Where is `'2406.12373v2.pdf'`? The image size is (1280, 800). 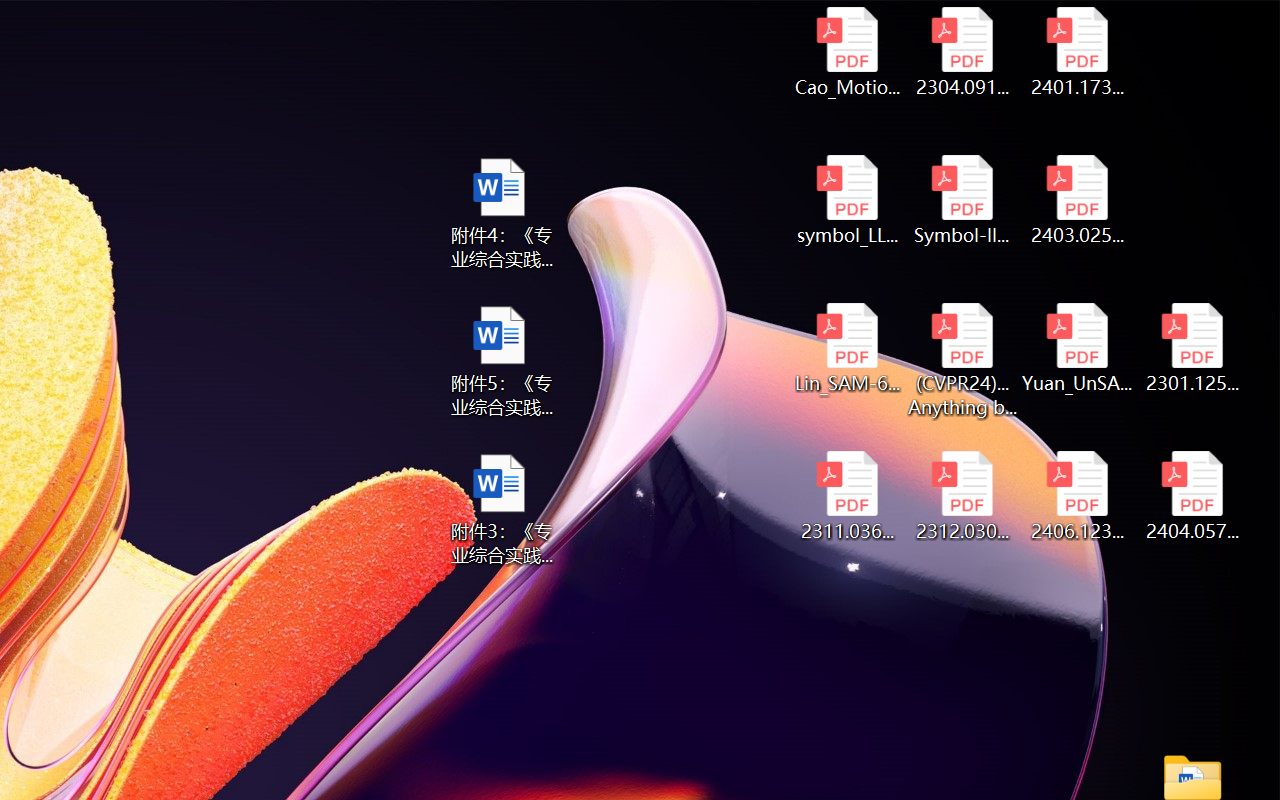
'2406.12373v2.pdf' is located at coordinates (1076, 496).